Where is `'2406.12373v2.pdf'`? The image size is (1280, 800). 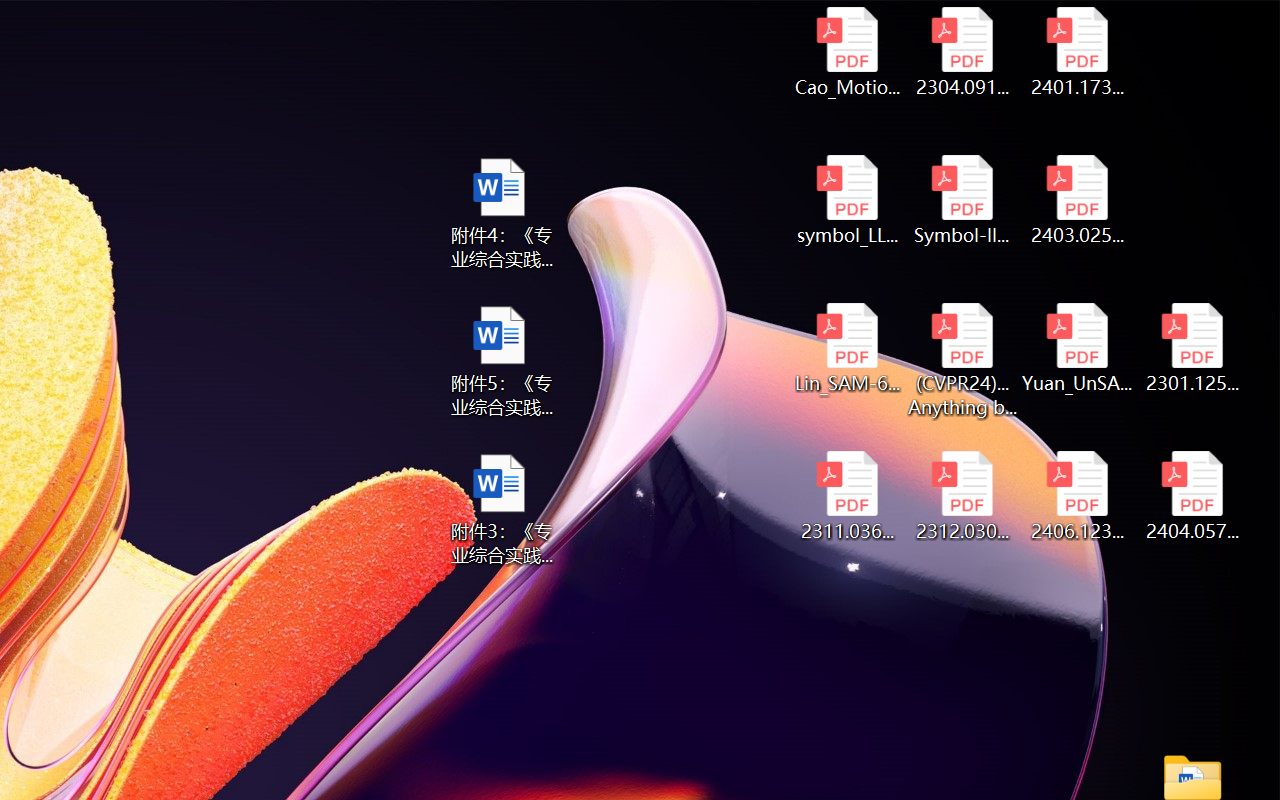
'2406.12373v2.pdf' is located at coordinates (1076, 496).